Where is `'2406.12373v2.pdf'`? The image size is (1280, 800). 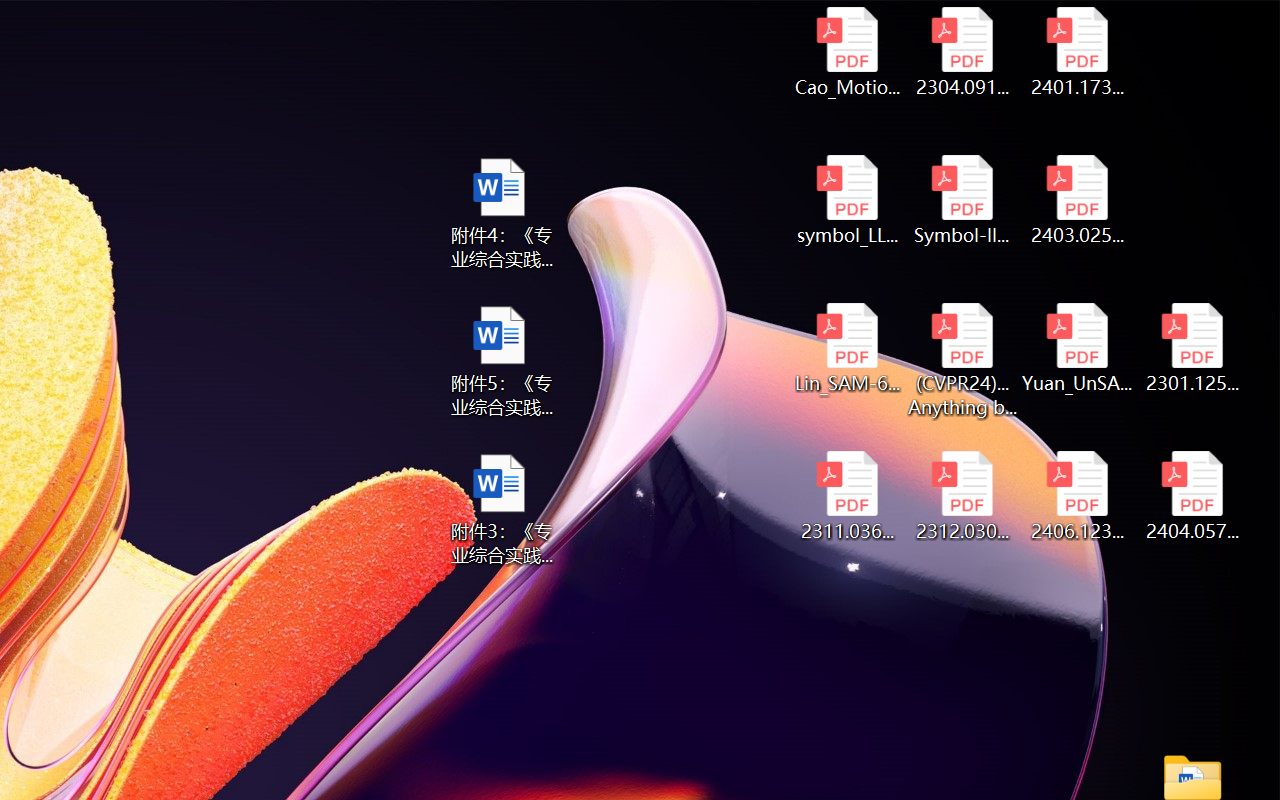
'2406.12373v2.pdf' is located at coordinates (1076, 496).